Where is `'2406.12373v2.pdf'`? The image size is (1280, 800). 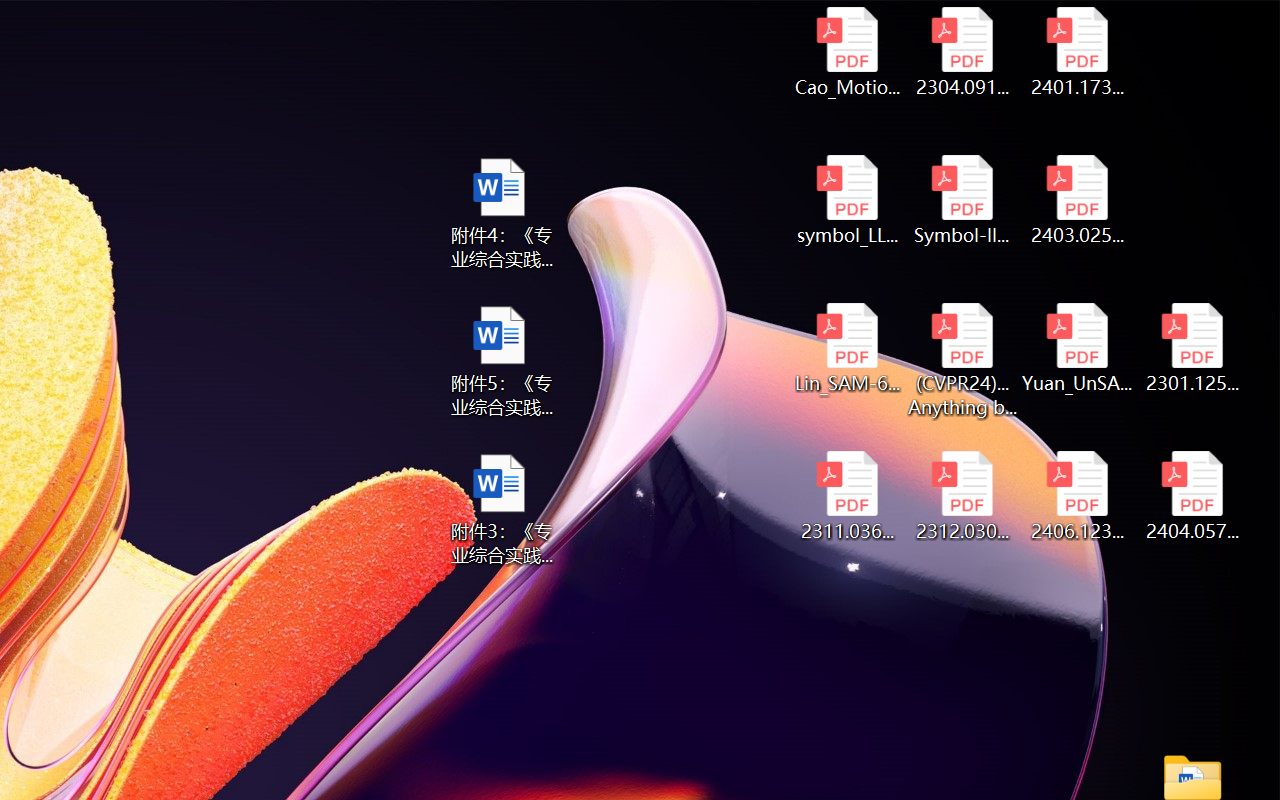
'2406.12373v2.pdf' is located at coordinates (1076, 496).